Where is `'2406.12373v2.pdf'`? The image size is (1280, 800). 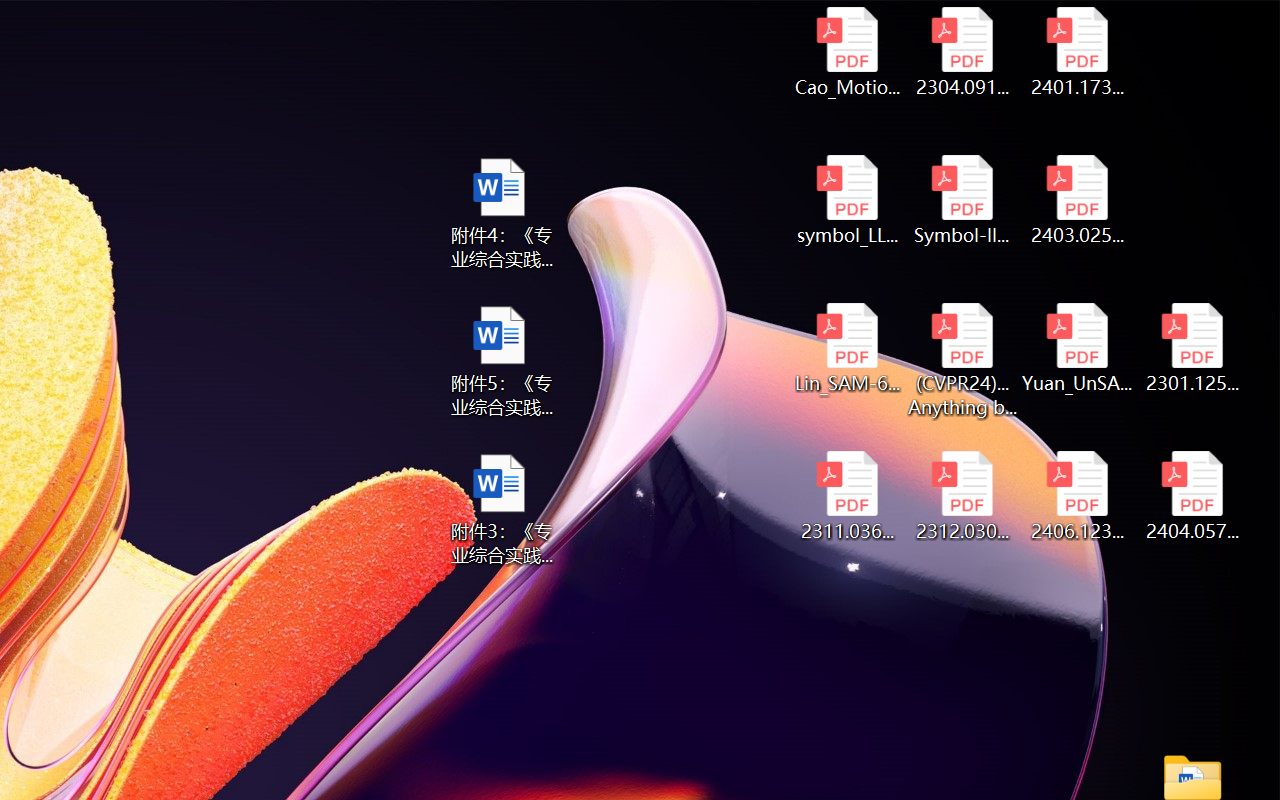
'2406.12373v2.pdf' is located at coordinates (1076, 496).